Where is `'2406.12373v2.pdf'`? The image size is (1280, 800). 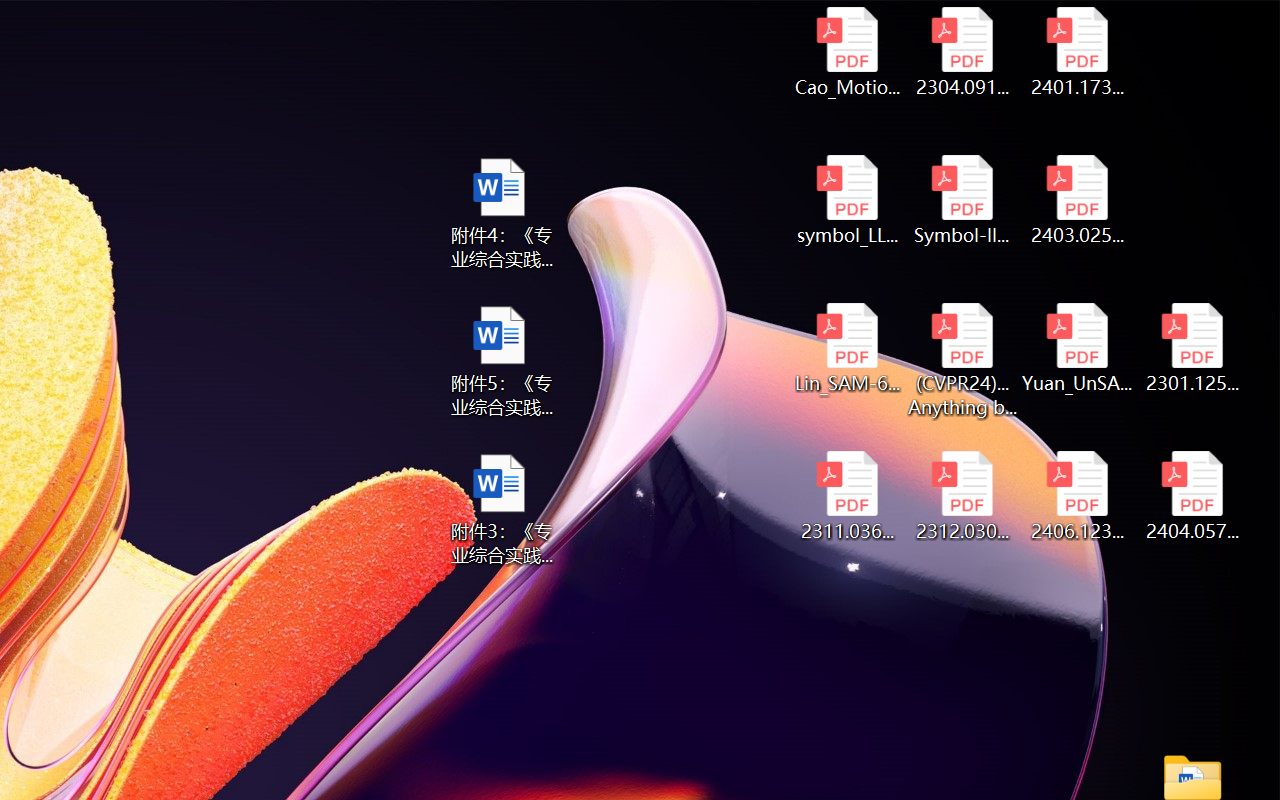
'2406.12373v2.pdf' is located at coordinates (1076, 496).